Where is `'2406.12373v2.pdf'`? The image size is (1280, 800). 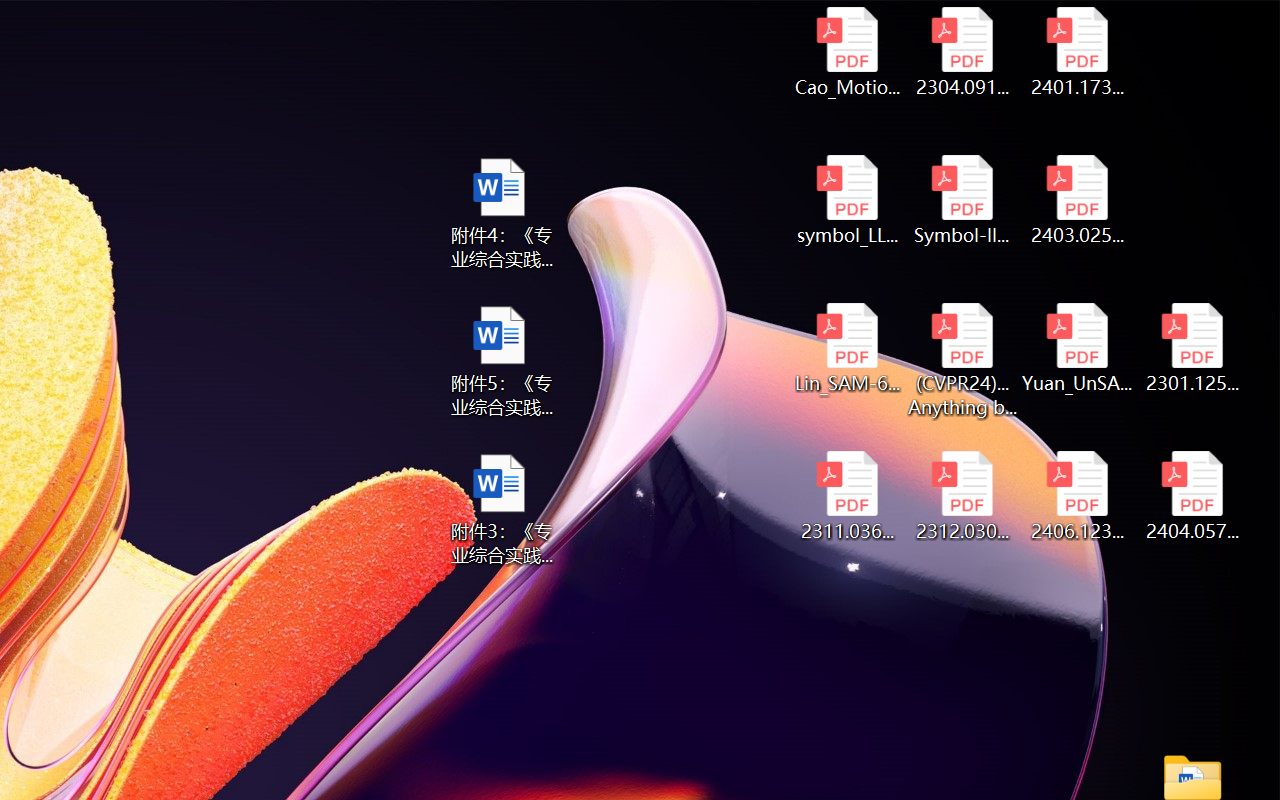
'2406.12373v2.pdf' is located at coordinates (1076, 496).